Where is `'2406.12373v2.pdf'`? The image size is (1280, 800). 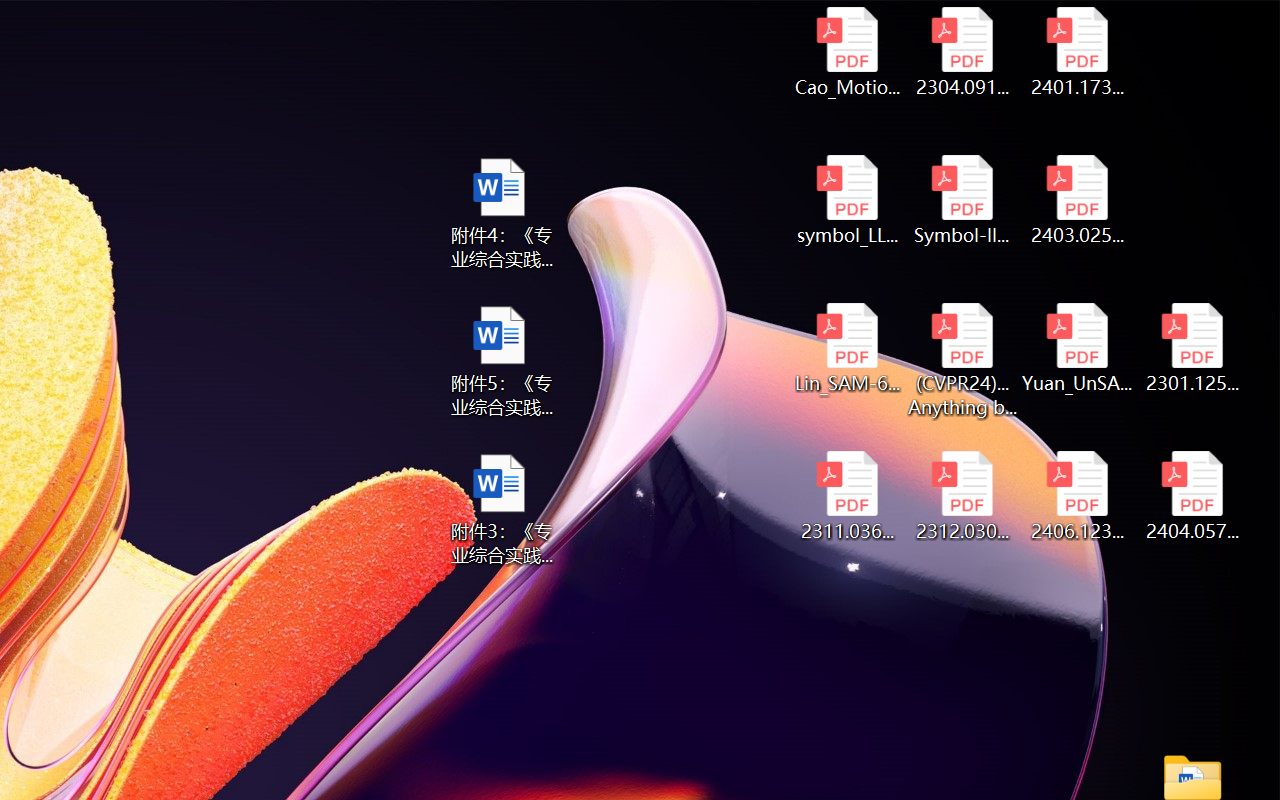
'2406.12373v2.pdf' is located at coordinates (1076, 496).